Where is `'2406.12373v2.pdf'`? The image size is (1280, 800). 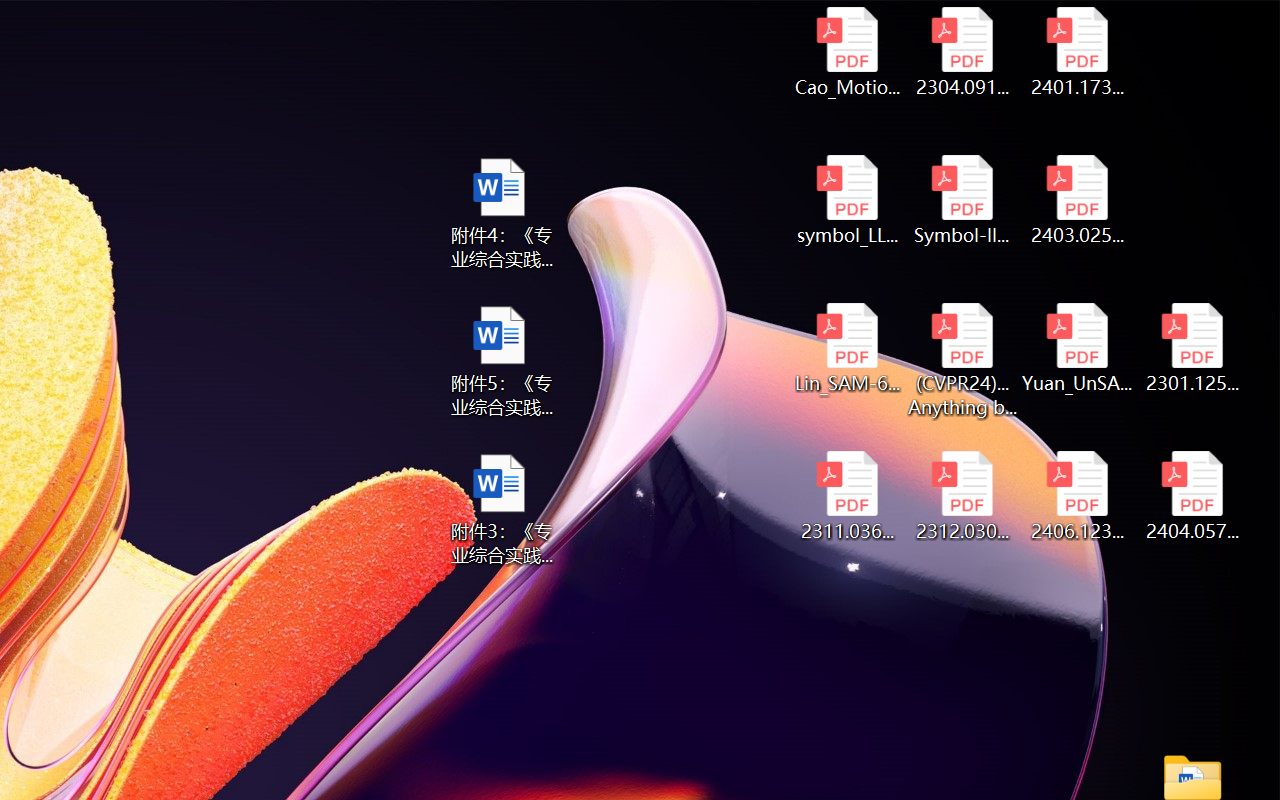
'2406.12373v2.pdf' is located at coordinates (1076, 496).